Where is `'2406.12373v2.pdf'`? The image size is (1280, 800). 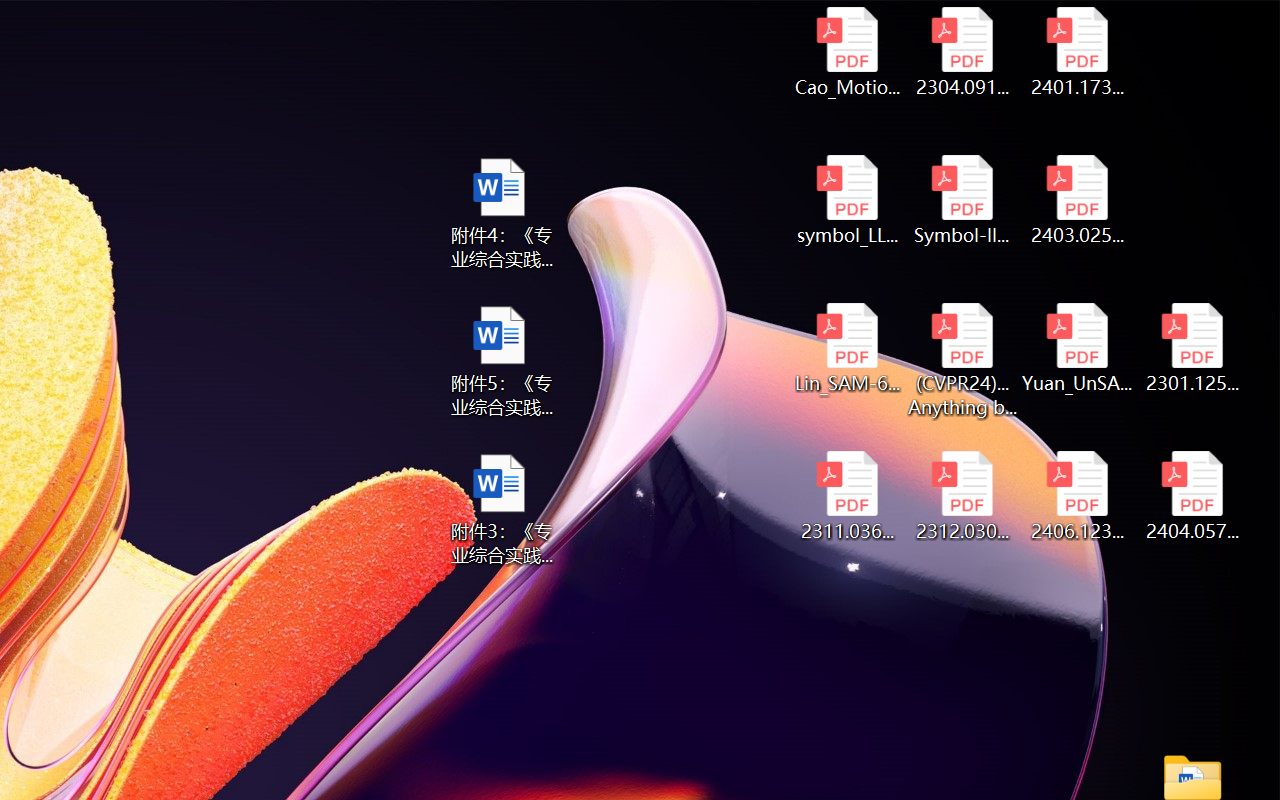
'2406.12373v2.pdf' is located at coordinates (1076, 496).